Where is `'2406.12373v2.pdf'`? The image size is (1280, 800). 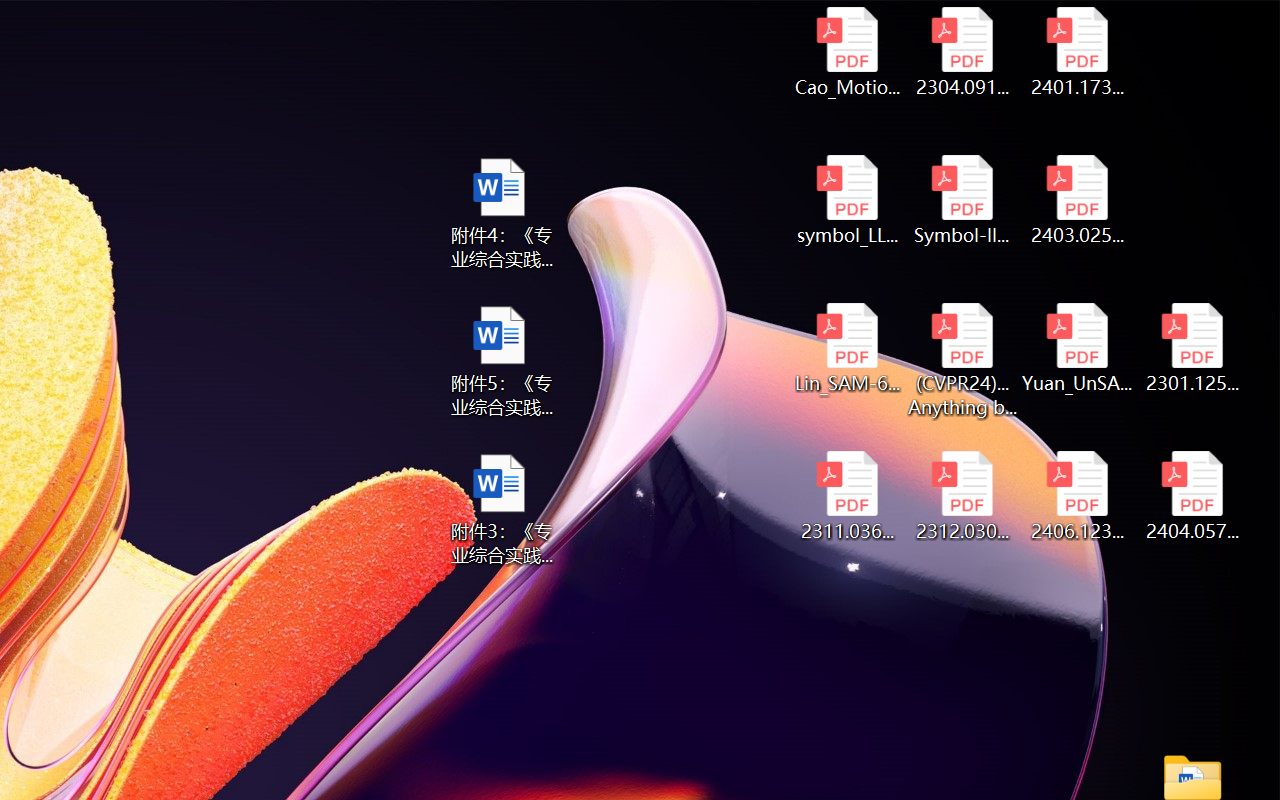
'2406.12373v2.pdf' is located at coordinates (1076, 496).